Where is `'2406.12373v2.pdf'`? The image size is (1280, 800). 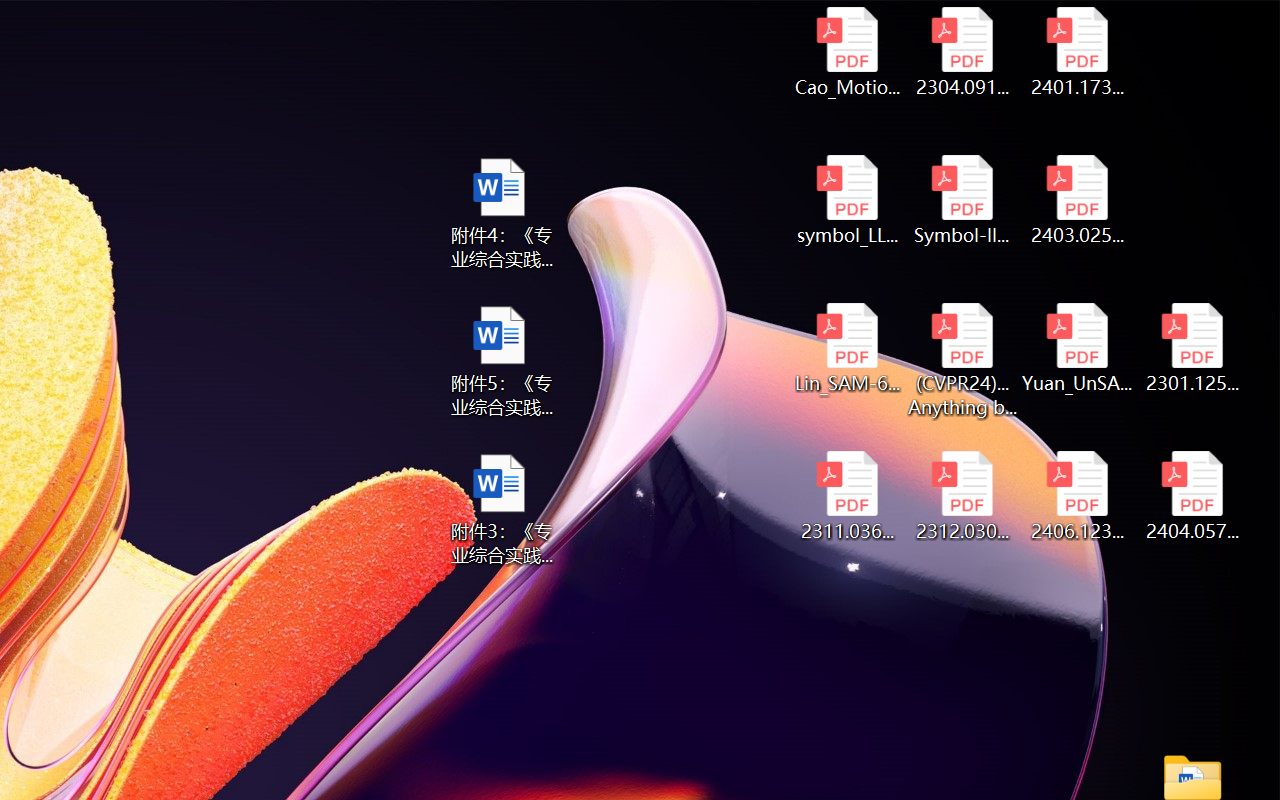
'2406.12373v2.pdf' is located at coordinates (1076, 496).